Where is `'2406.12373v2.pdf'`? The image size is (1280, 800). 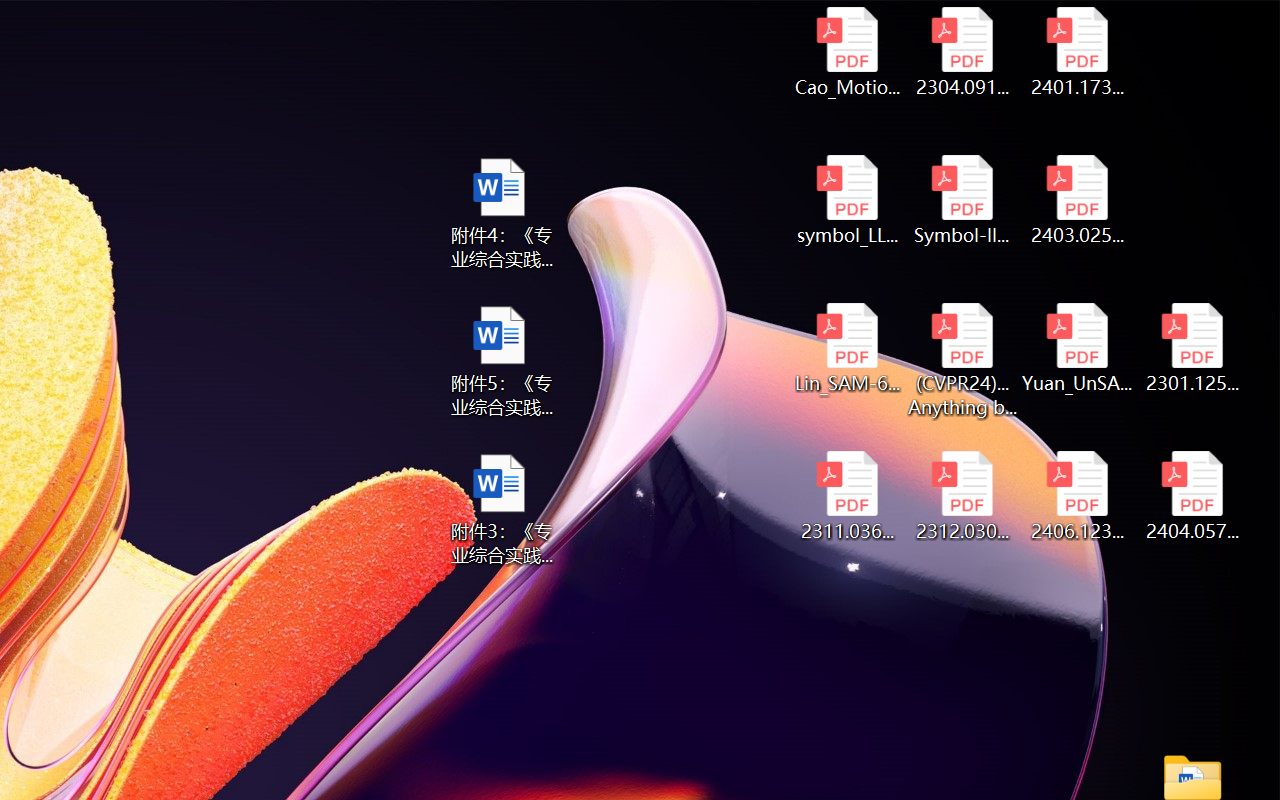
'2406.12373v2.pdf' is located at coordinates (1076, 496).